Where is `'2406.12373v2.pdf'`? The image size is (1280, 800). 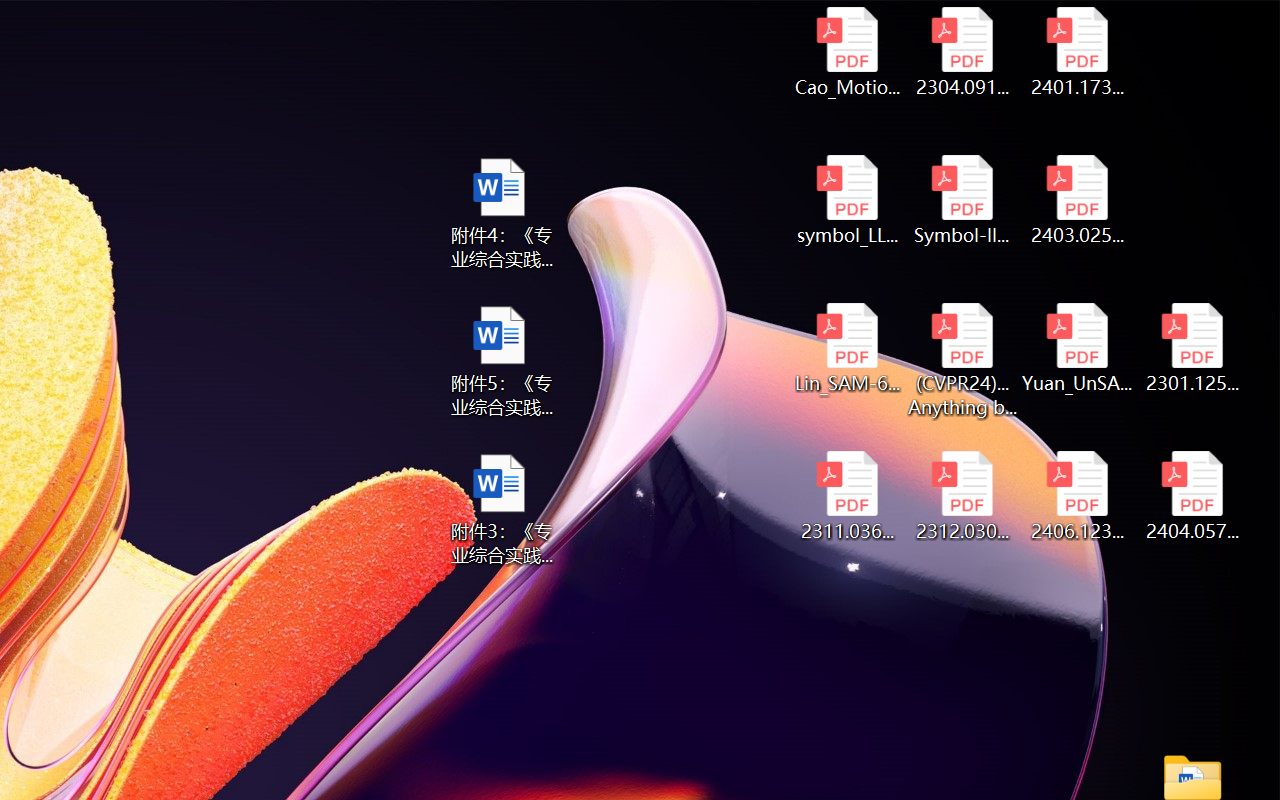
'2406.12373v2.pdf' is located at coordinates (1076, 496).